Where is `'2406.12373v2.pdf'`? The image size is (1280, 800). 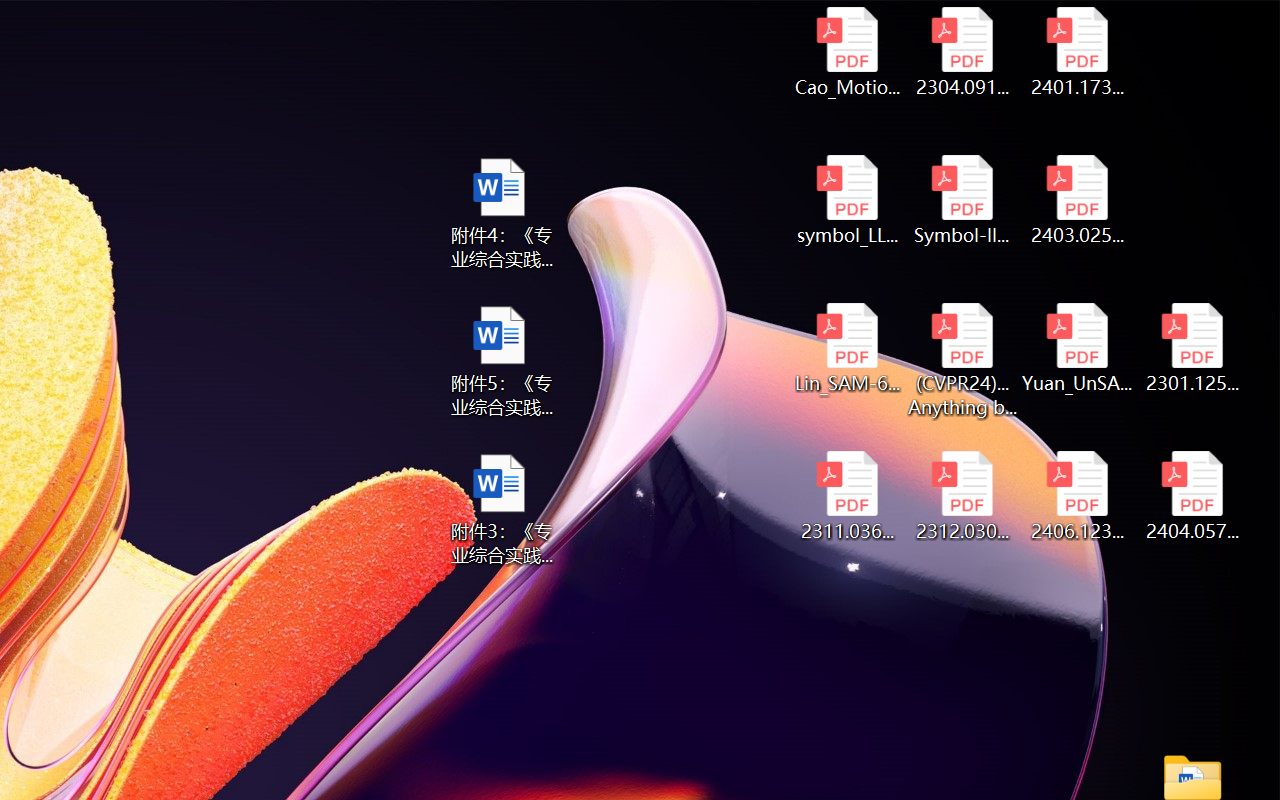
'2406.12373v2.pdf' is located at coordinates (1076, 496).